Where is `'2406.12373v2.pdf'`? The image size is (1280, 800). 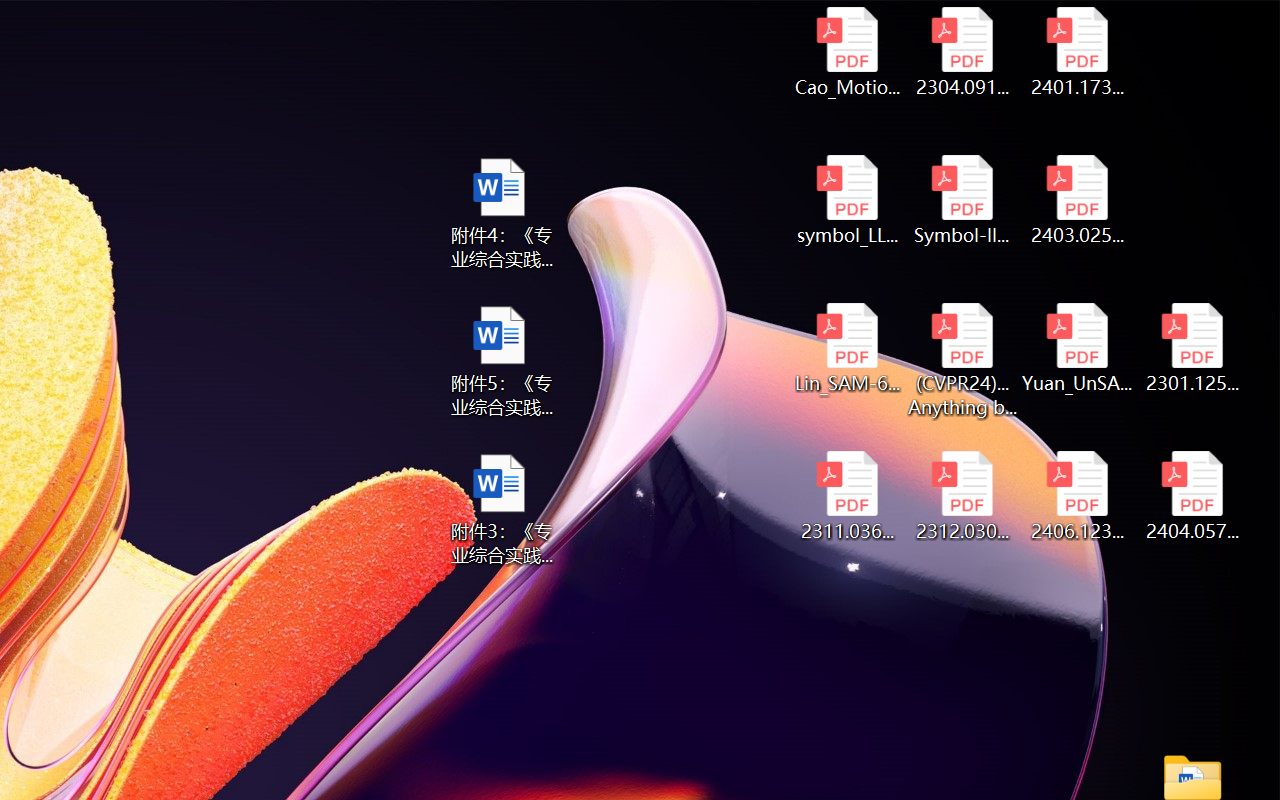
'2406.12373v2.pdf' is located at coordinates (1076, 496).